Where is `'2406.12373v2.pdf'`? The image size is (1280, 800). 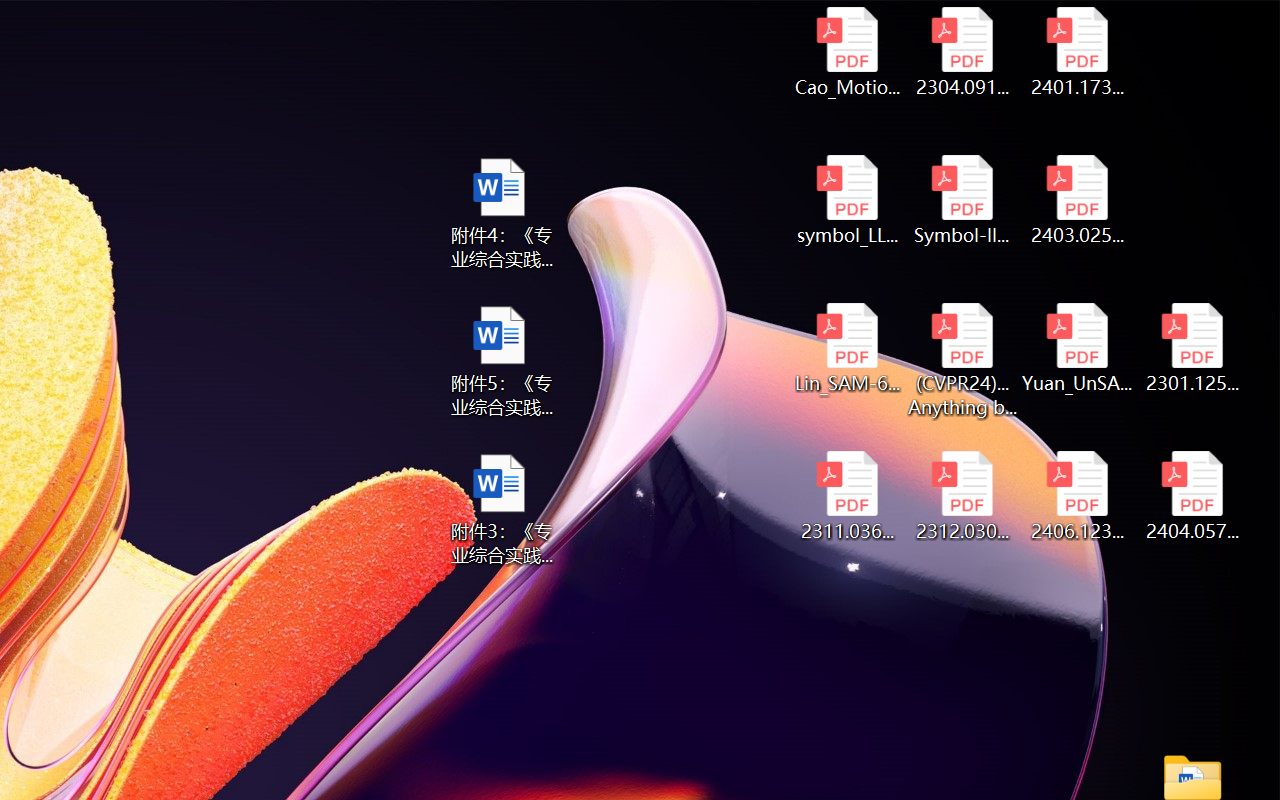
'2406.12373v2.pdf' is located at coordinates (1076, 496).